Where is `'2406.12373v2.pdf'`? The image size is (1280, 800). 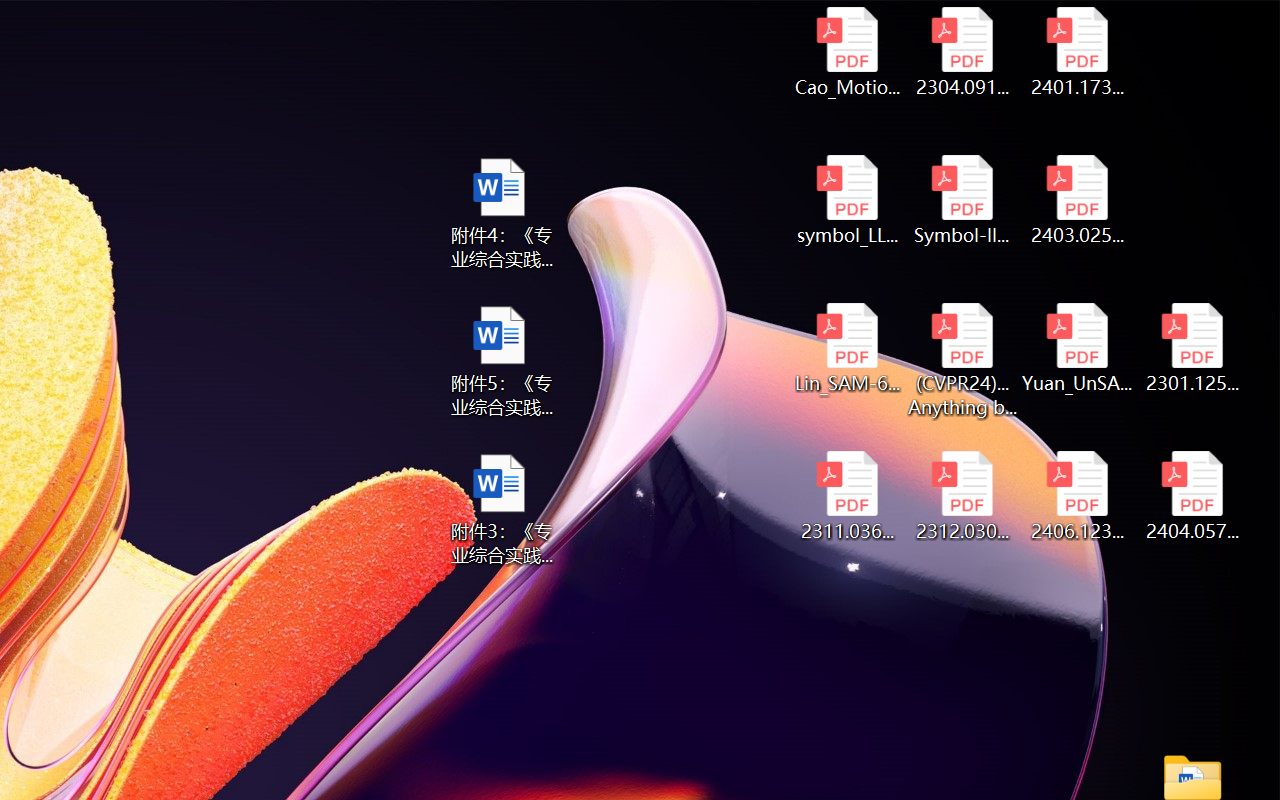
'2406.12373v2.pdf' is located at coordinates (1076, 496).